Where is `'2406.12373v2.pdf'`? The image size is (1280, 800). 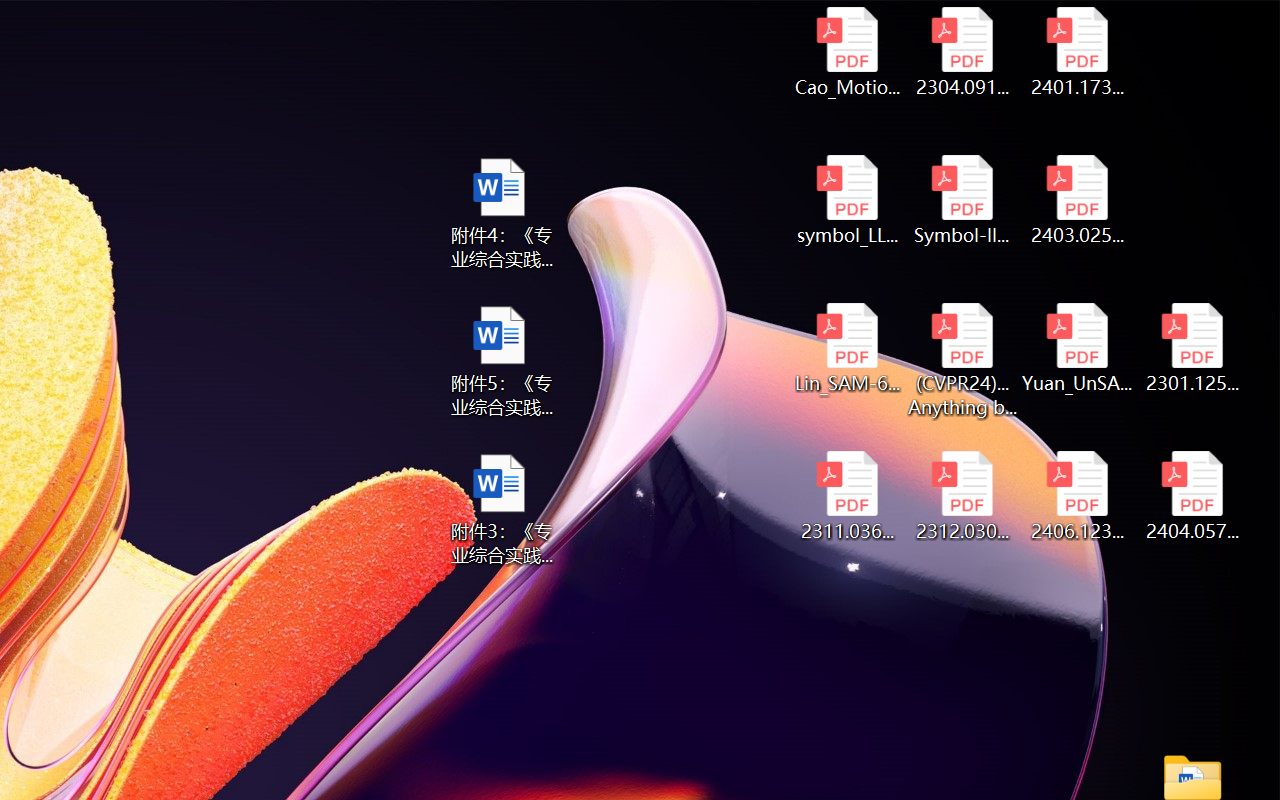
'2406.12373v2.pdf' is located at coordinates (1076, 496).